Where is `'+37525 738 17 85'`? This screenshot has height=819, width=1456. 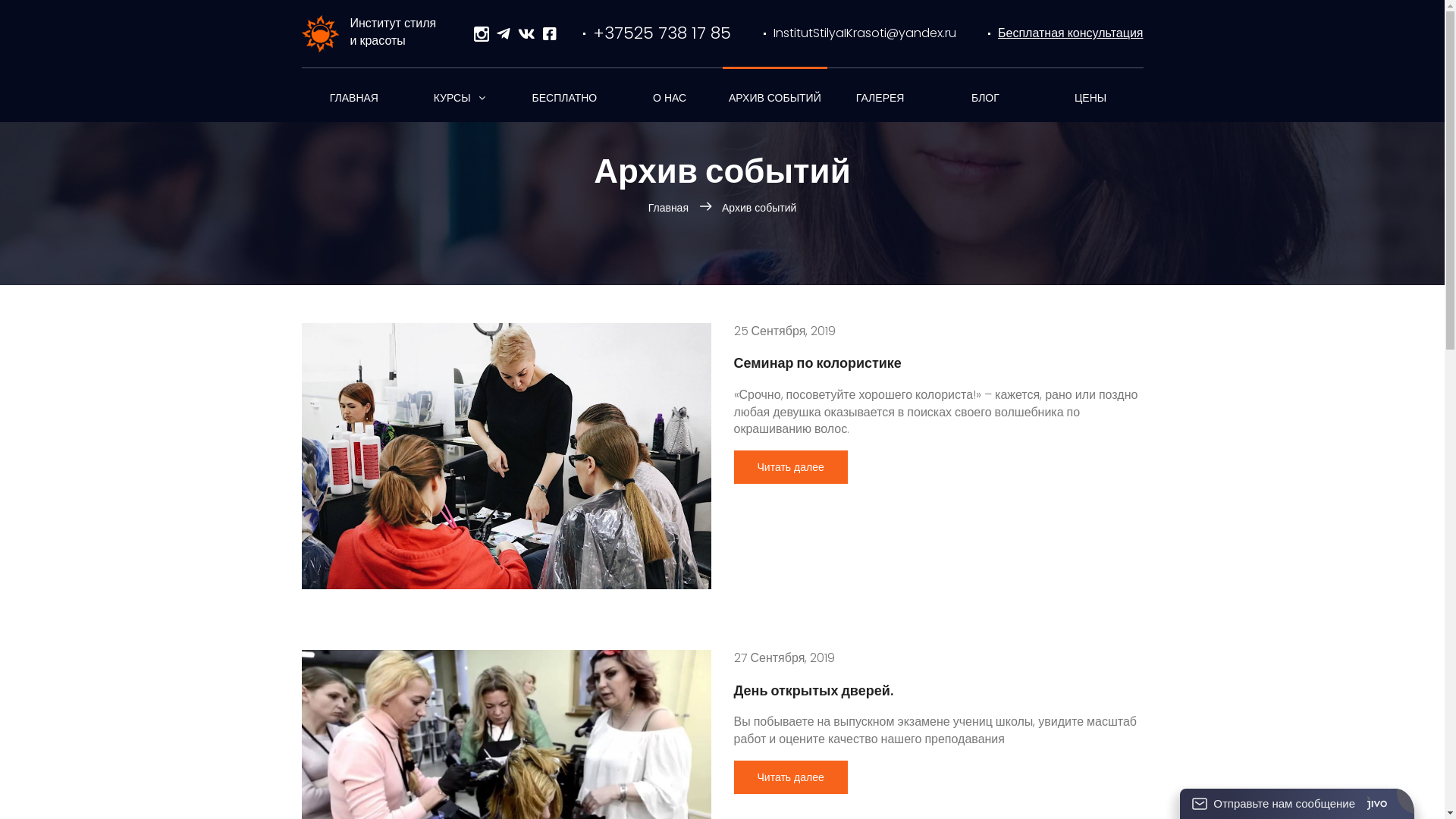 '+37525 738 17 85' is located at coordinates (657, 33).